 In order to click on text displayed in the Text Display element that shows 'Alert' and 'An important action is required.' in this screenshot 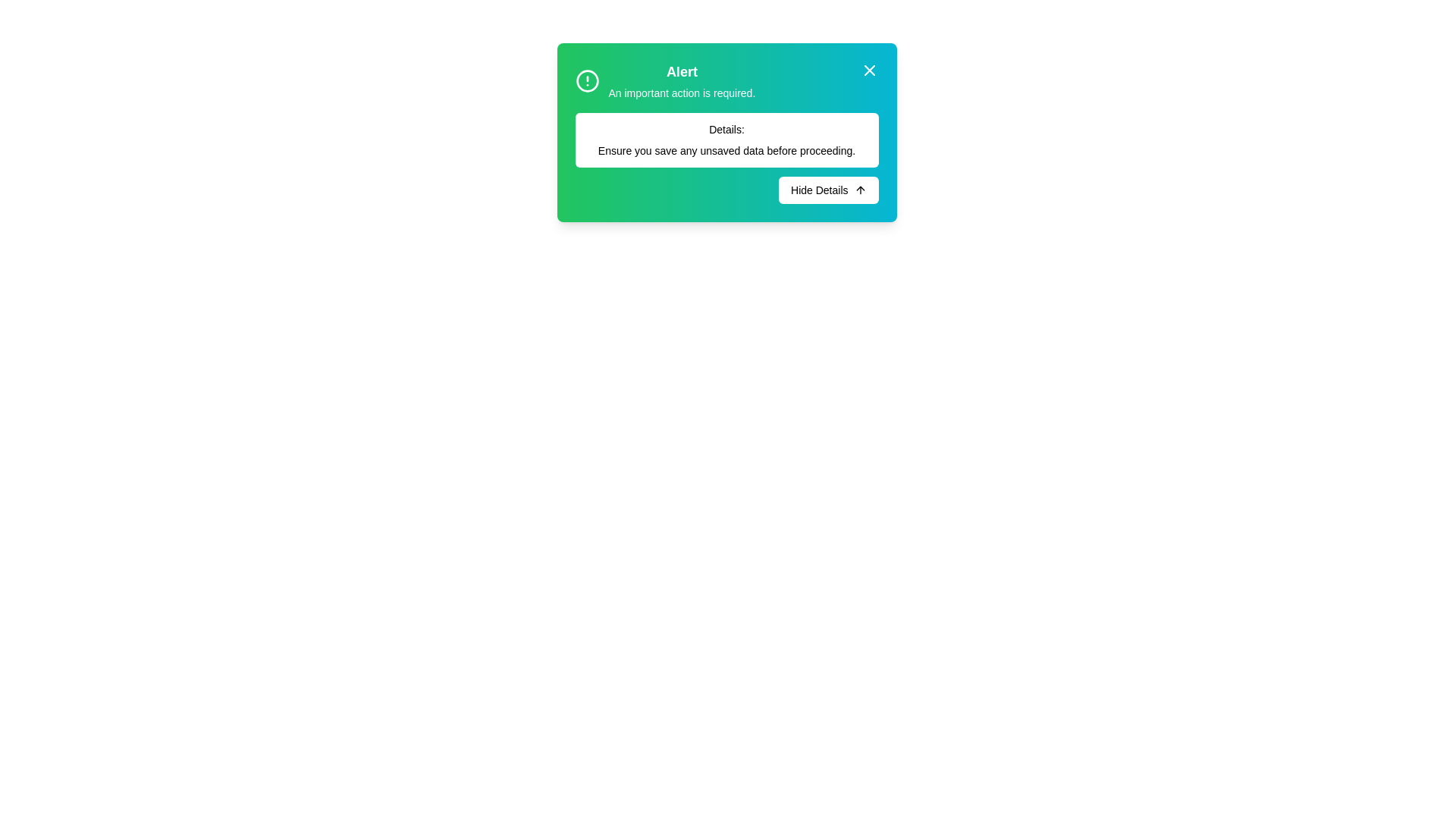, I will do `click(681, 81)`.